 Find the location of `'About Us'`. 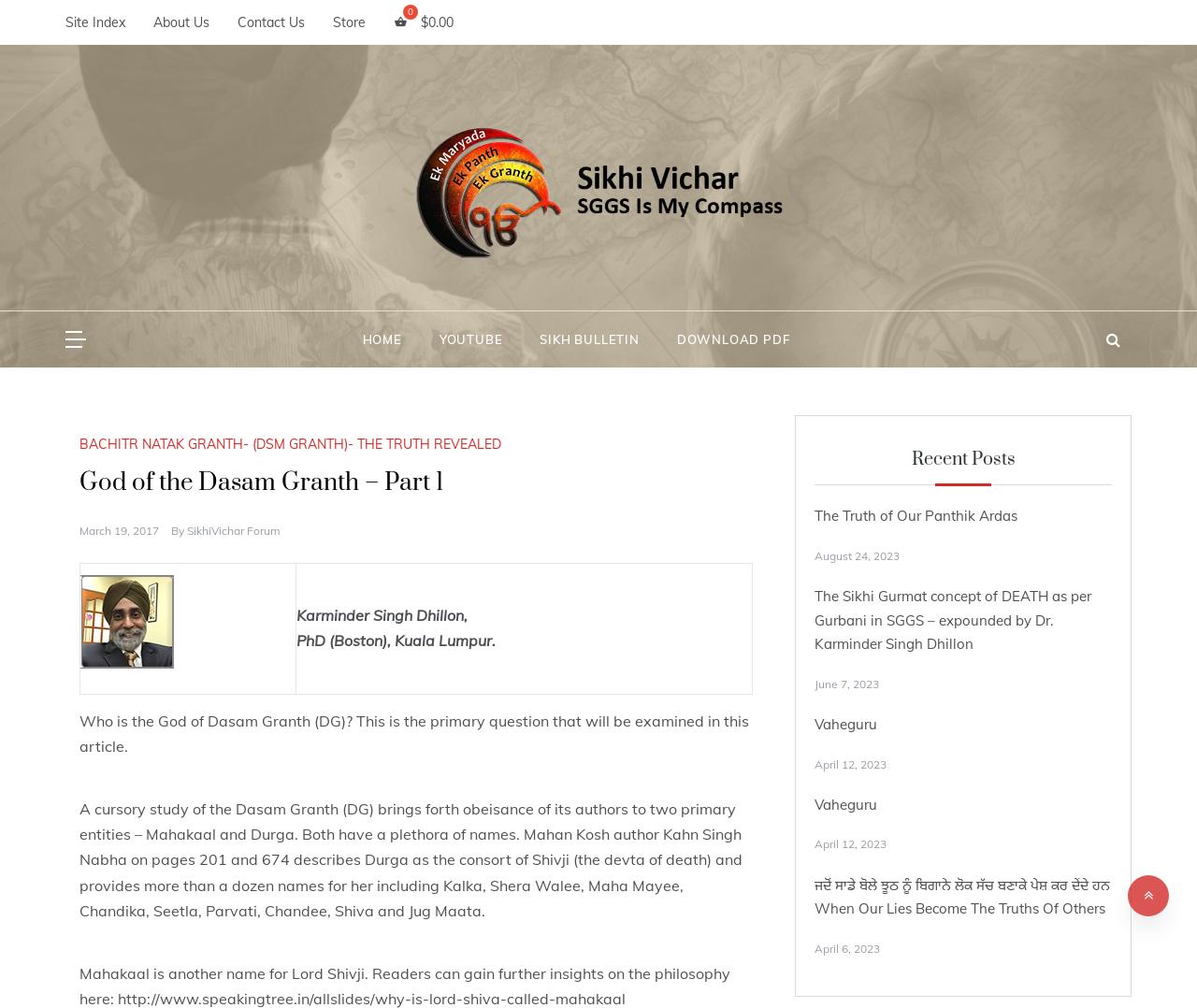

'About Us' is located at coordinates (152, 22).